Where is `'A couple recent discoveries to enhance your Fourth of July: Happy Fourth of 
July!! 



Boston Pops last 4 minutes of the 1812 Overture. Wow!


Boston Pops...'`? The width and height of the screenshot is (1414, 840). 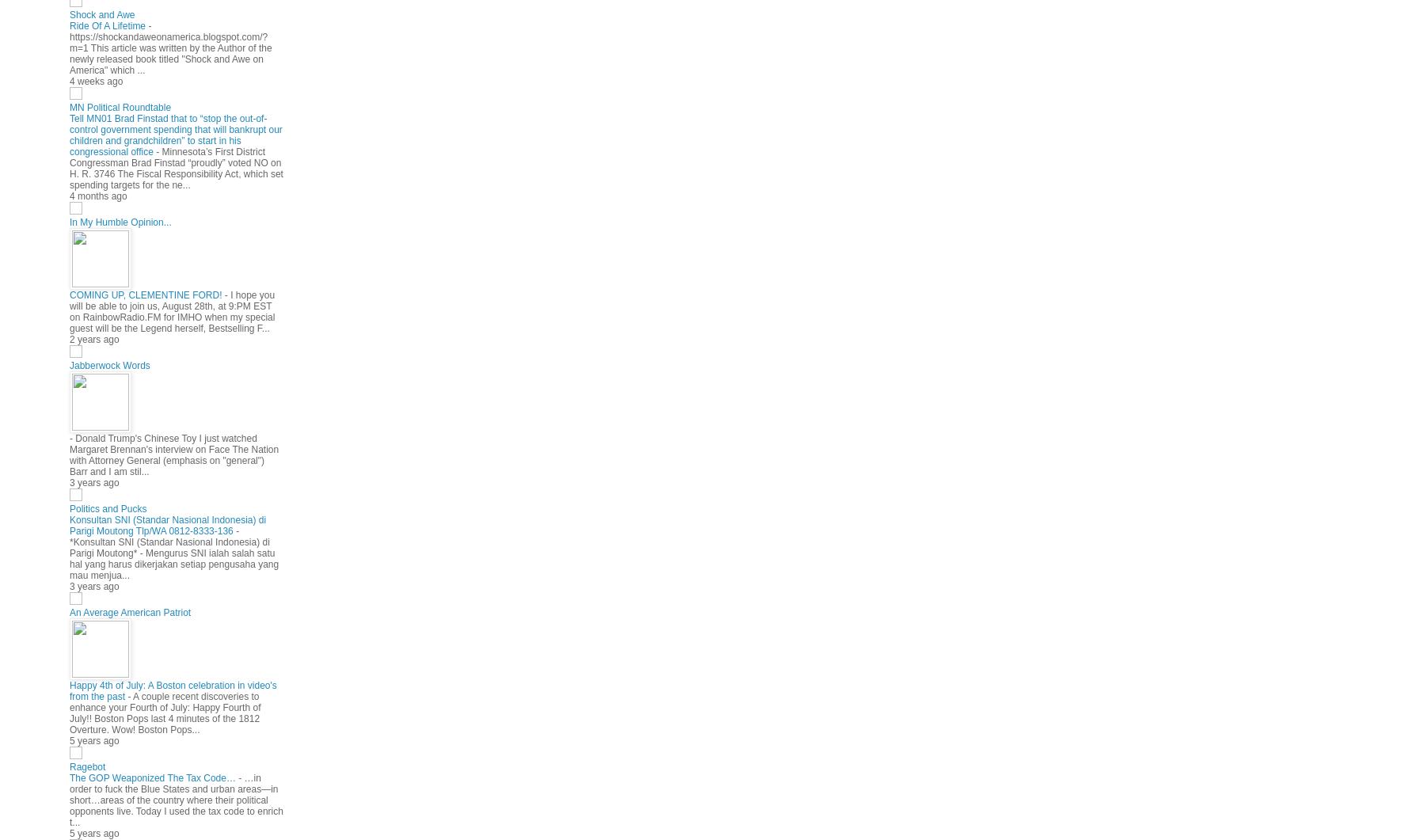 'A couple recent discoveries to enhance your Fourth of July: Happy Fourth of 
July!! 



Boston Pops last 4 minutes of the 1812 Overture. Wow!


Boston Pops...' is located at coordinates (164, 712).